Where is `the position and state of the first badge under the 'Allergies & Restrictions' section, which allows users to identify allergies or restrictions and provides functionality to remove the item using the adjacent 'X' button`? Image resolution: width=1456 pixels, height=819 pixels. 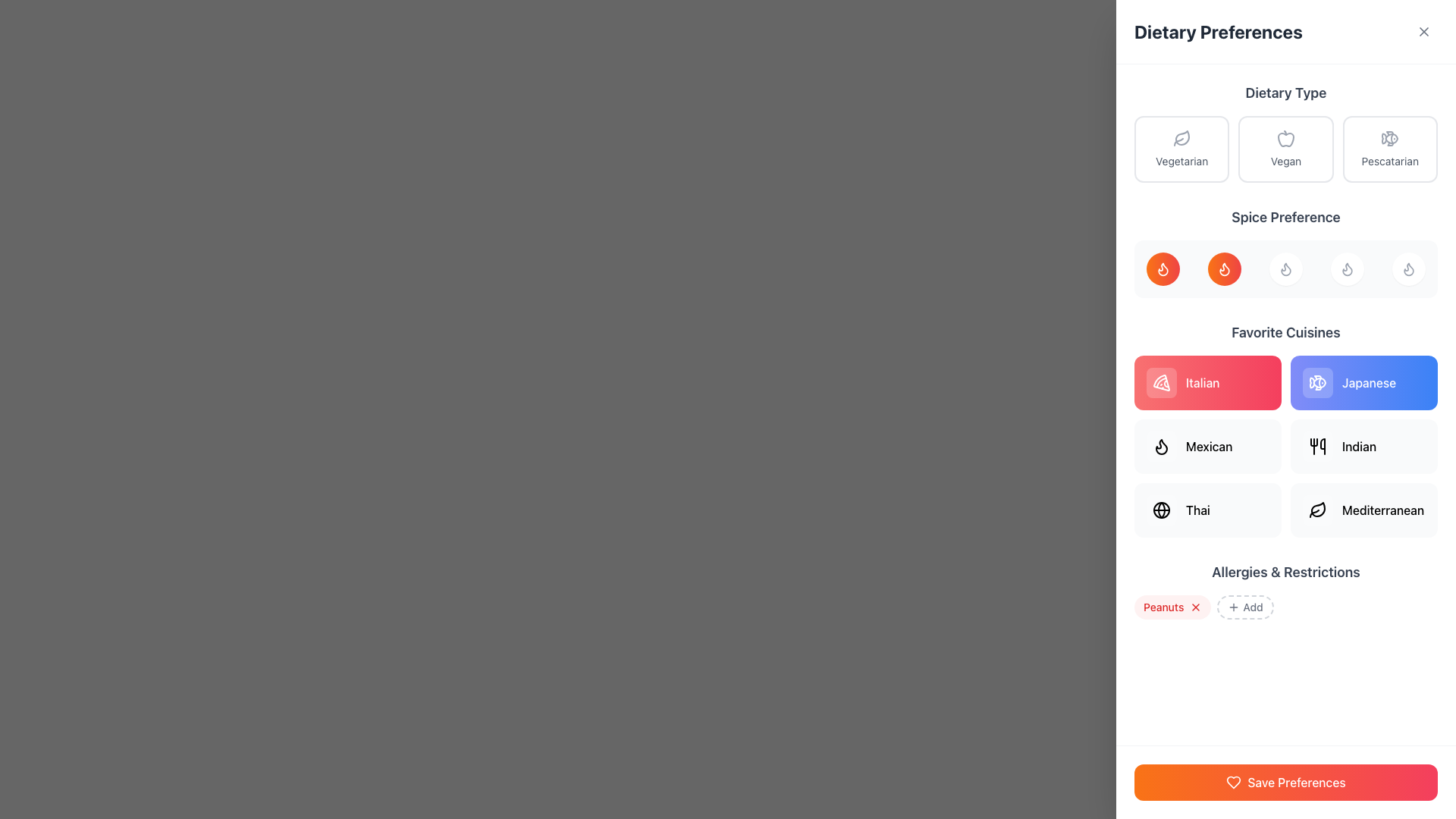 the position and state of the first badge under the 'Allergies & Restrictions' section, which allows users to identify allergies or restrictions and provides functionality to remove the item using the adjacent 'X' button is located at coordinates (1172, 607).